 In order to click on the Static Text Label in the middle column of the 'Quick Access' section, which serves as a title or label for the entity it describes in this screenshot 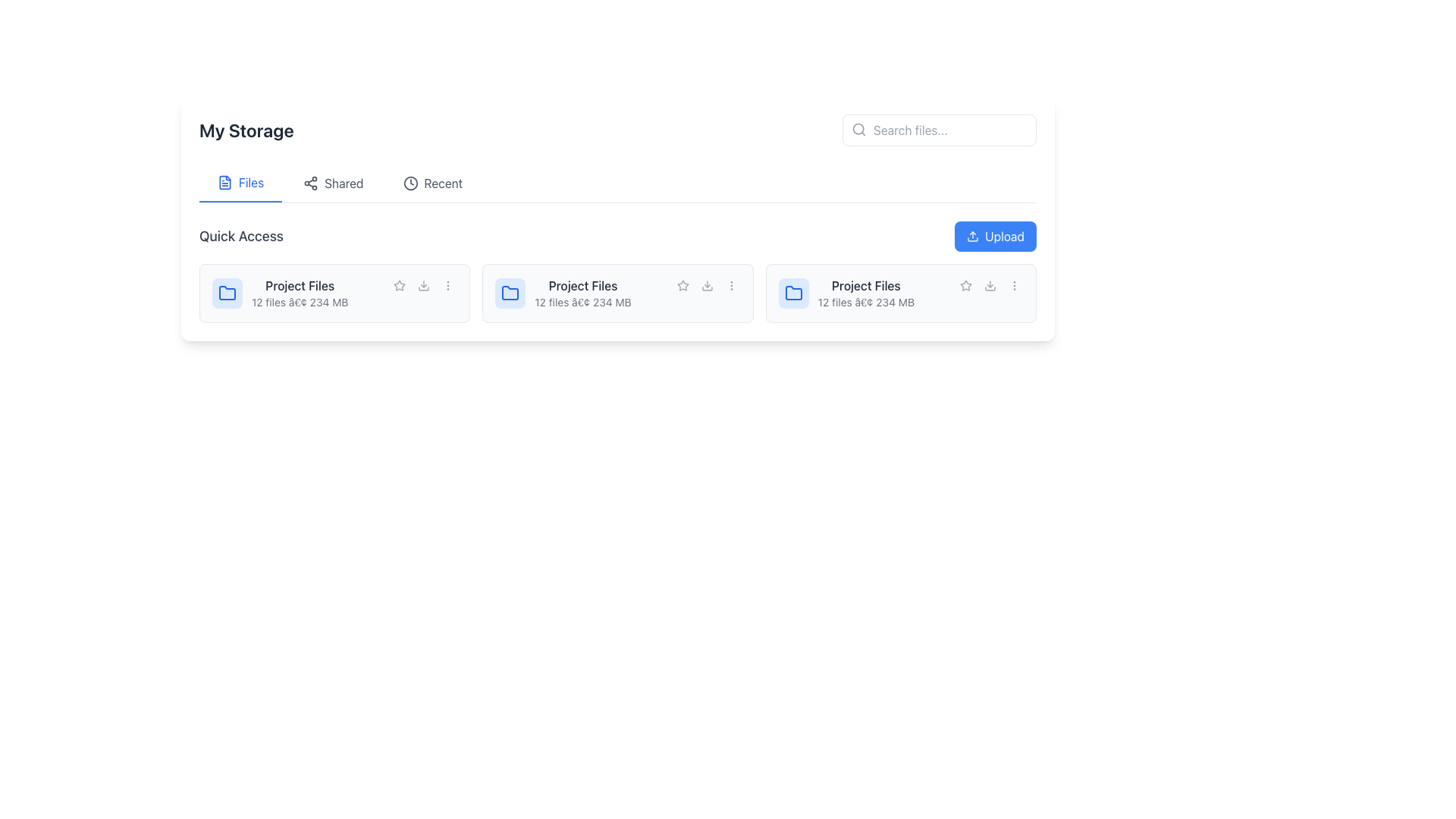, I will do `click(582, 286)`.